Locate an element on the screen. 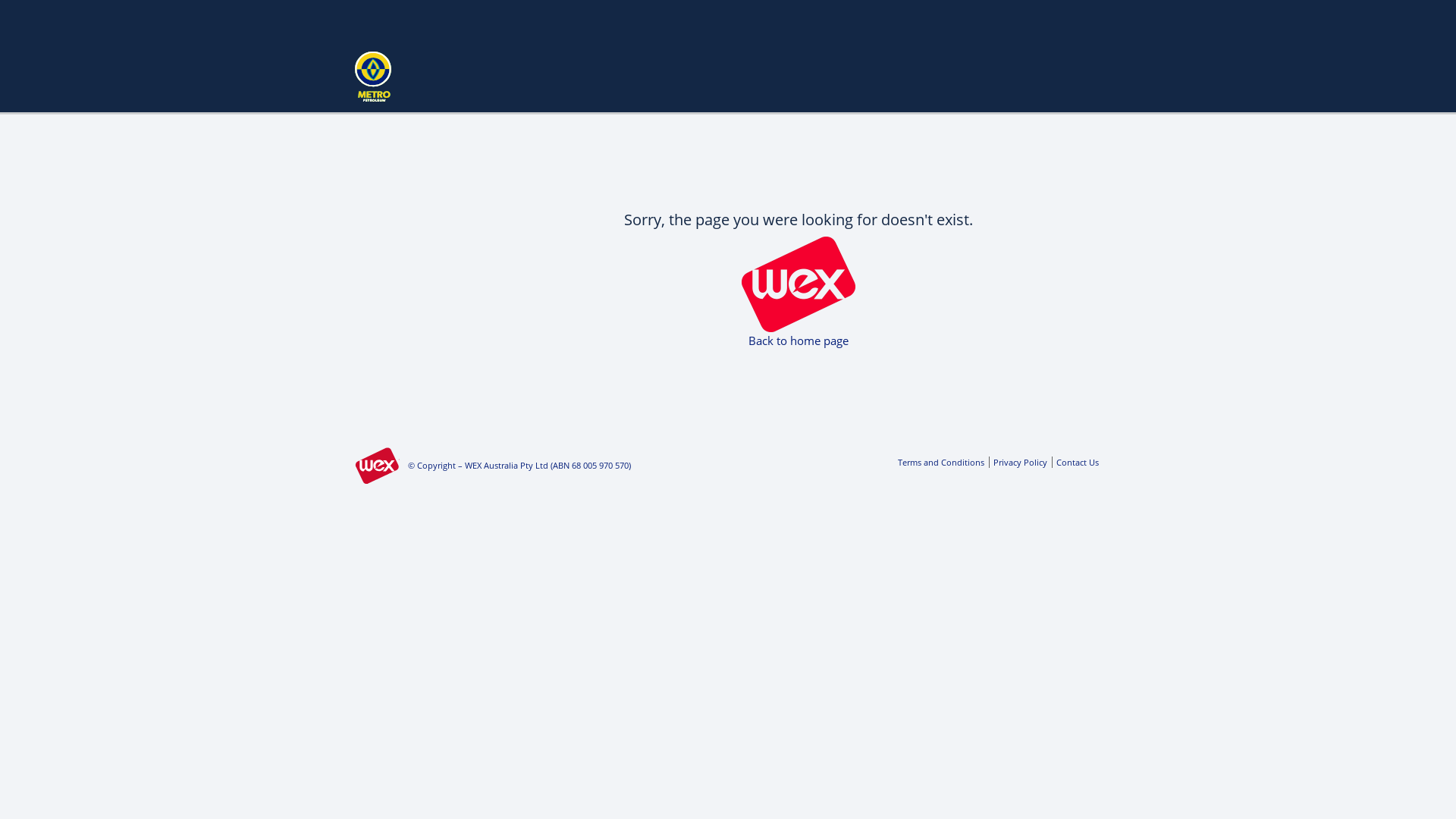 The image size is (1456, 819). 'Privacy Policy' is located at coordinates (1018, 461).